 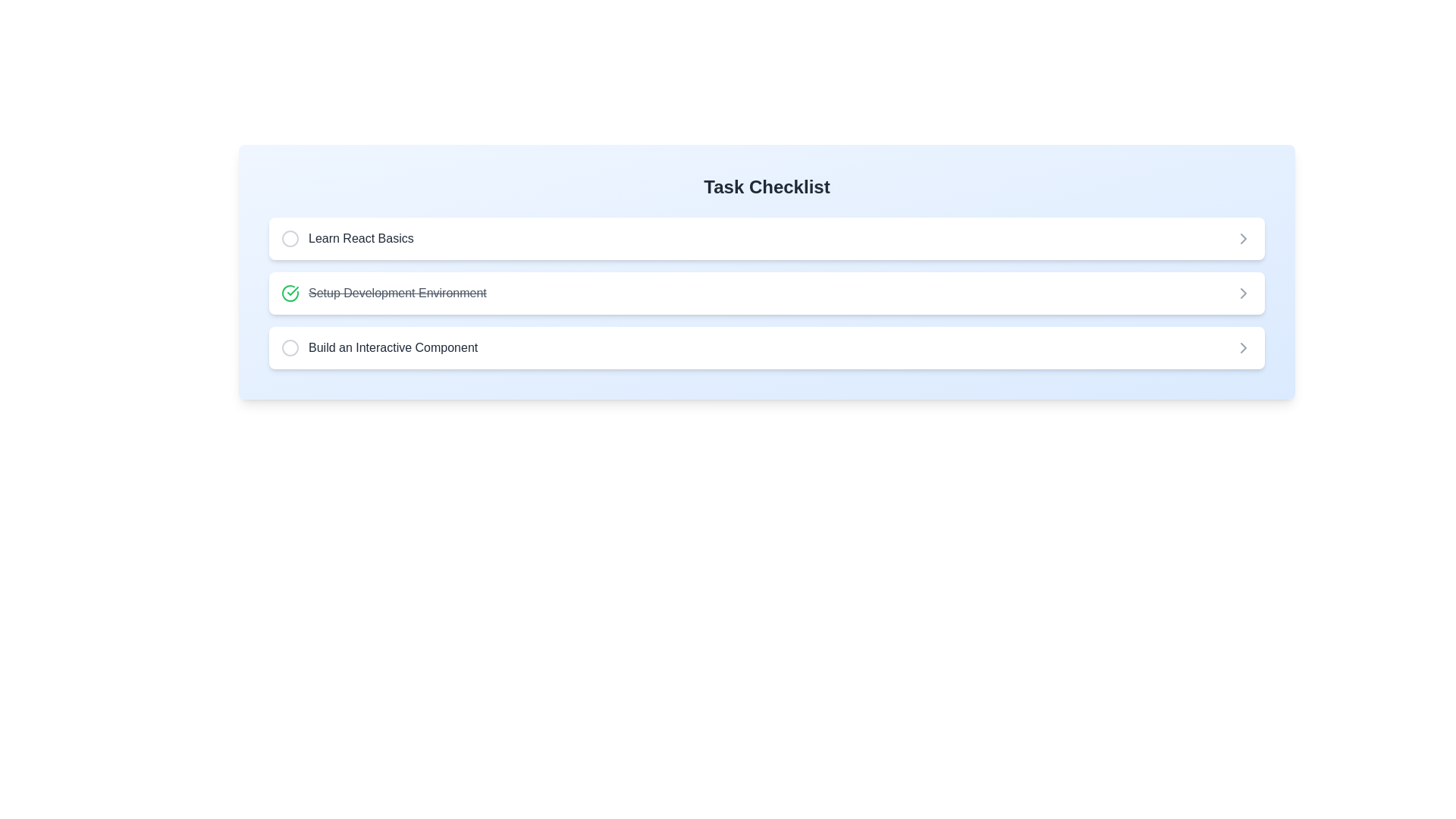 What do you see at coordinates (397, 293) in the screenshot?
I see `the text label indicating a completed task in the checklist, located between 'Learn React Basics' and 'Build an Interactive Component'` at bounding box center [397, 293].